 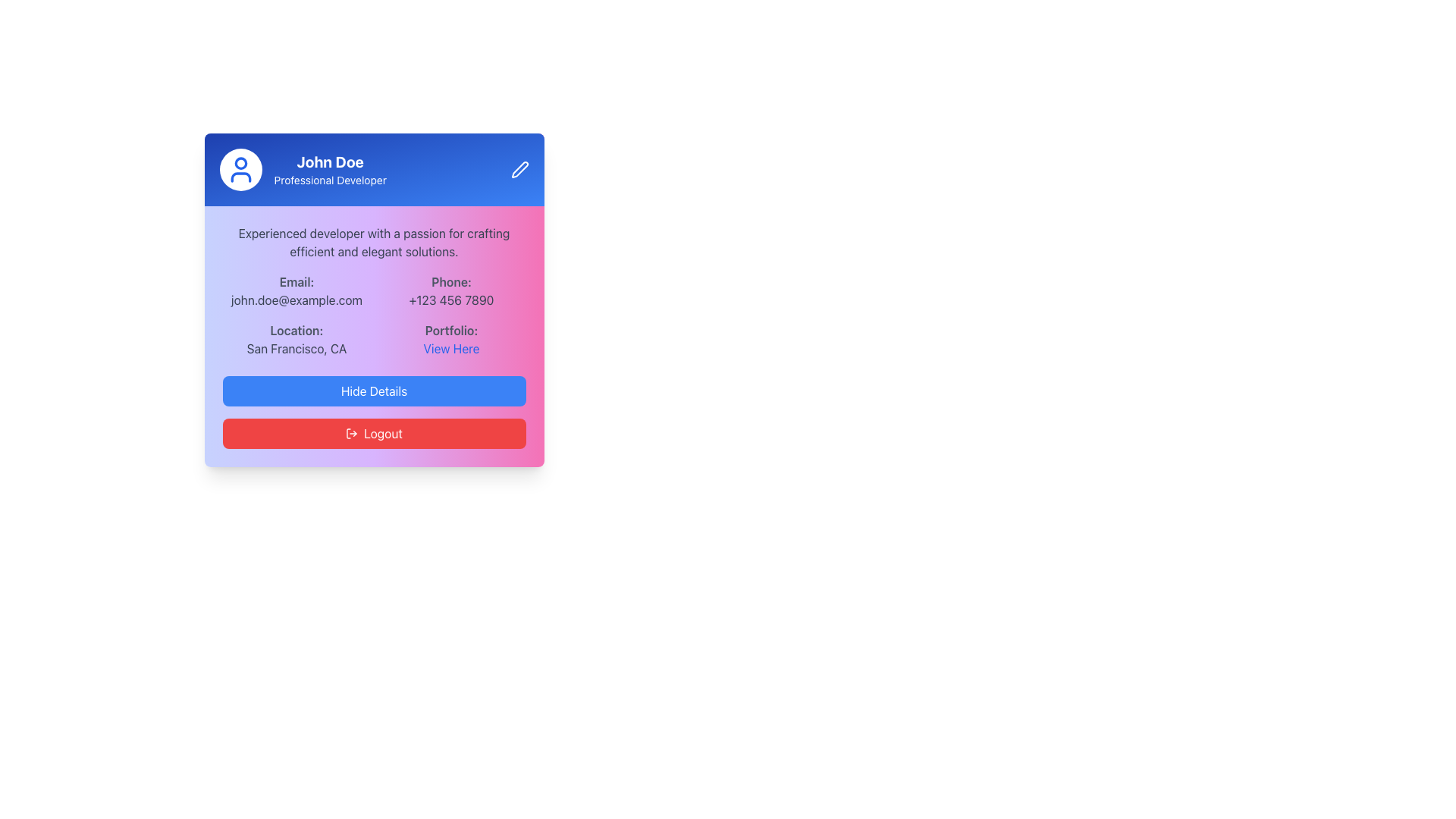 What do you see at coordinates (329, 169) in the screenshot?
I see `the Text content group that displays the name and professional title of an individual, located at the top center of a card layout` at bounding box center [329, 169].